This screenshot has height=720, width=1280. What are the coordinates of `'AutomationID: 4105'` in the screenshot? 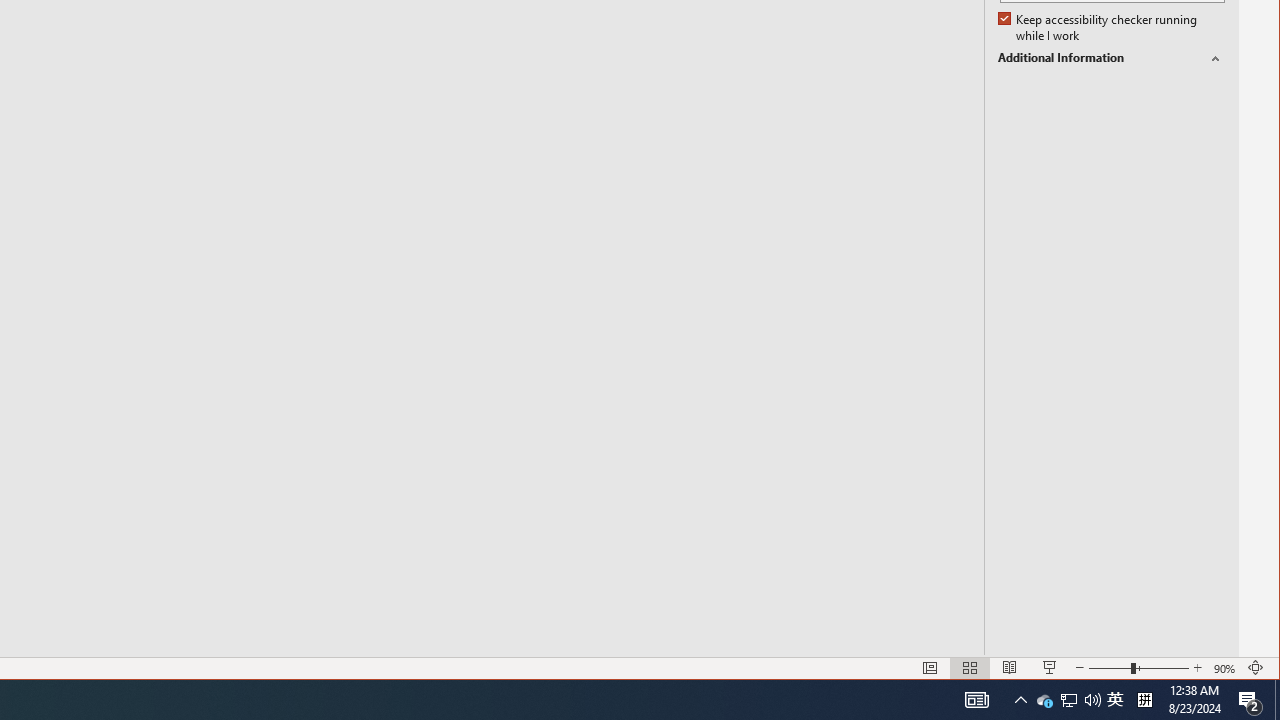 It's located at (977, 698).